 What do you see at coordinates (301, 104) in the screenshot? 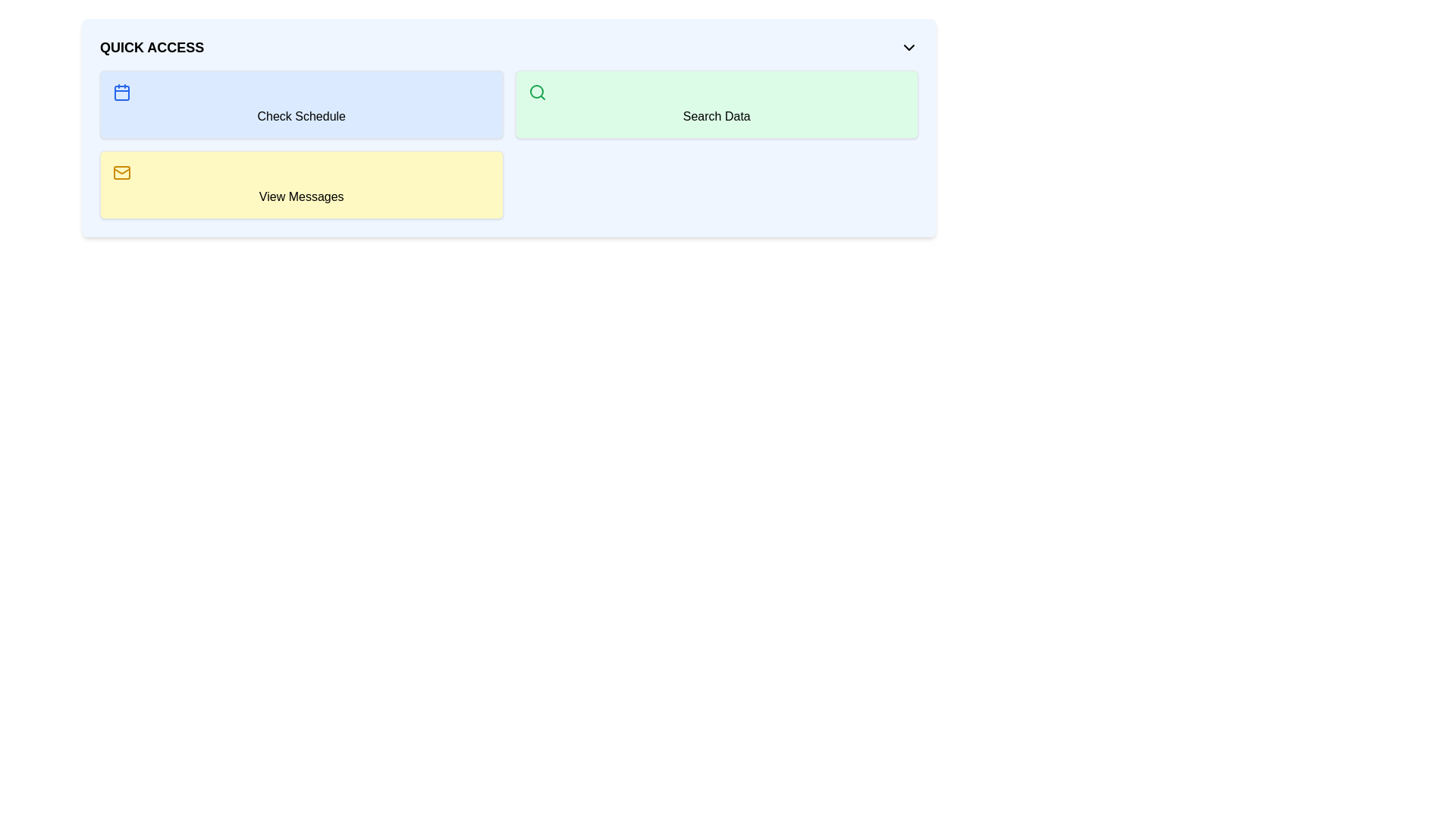
I see `the top-left button in the grid layout` at bounding box center [301, 104].